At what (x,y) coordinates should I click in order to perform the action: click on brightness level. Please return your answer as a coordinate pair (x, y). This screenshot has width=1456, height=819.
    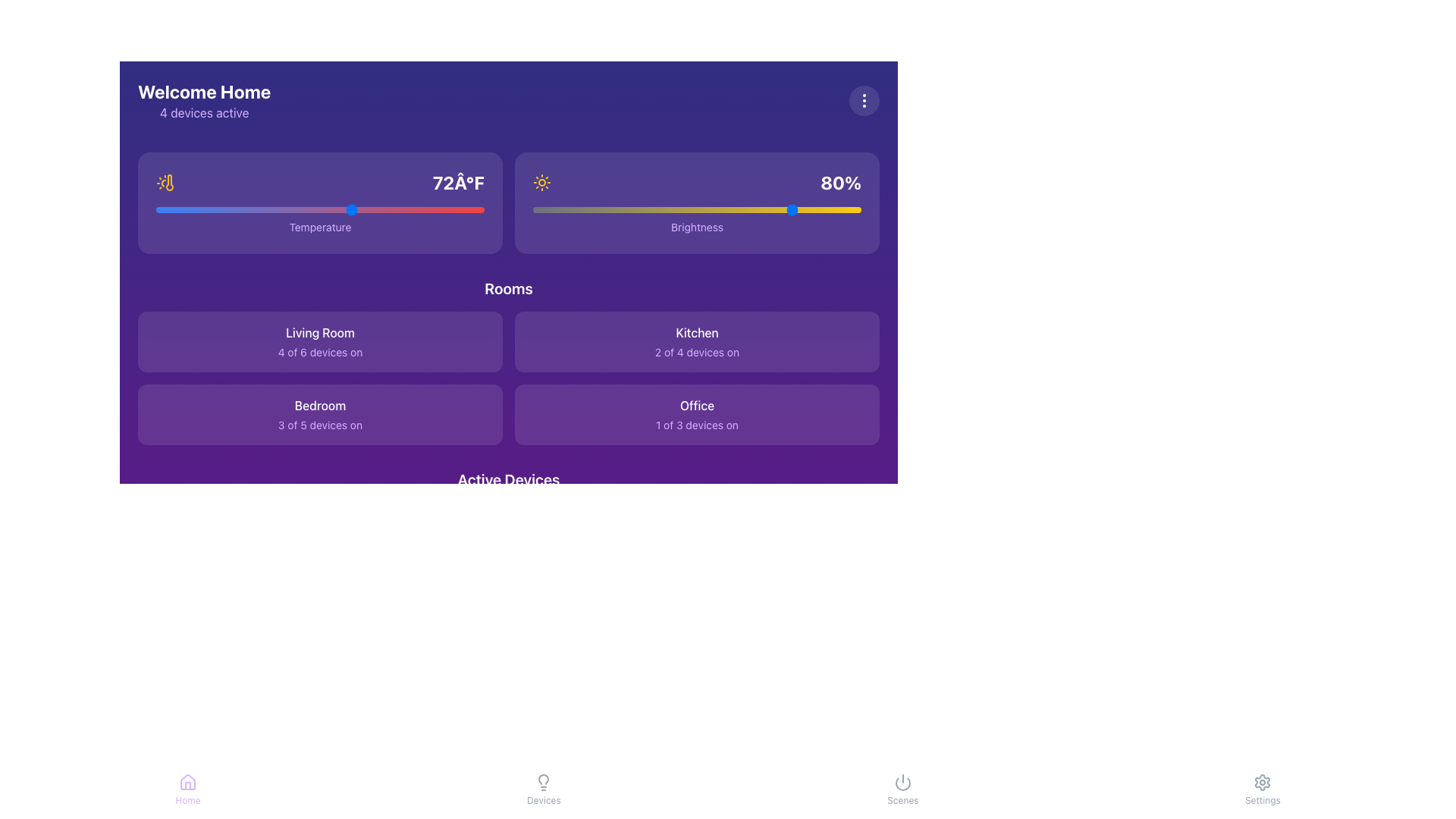
    Looking at the image, I should click on (756, 210).